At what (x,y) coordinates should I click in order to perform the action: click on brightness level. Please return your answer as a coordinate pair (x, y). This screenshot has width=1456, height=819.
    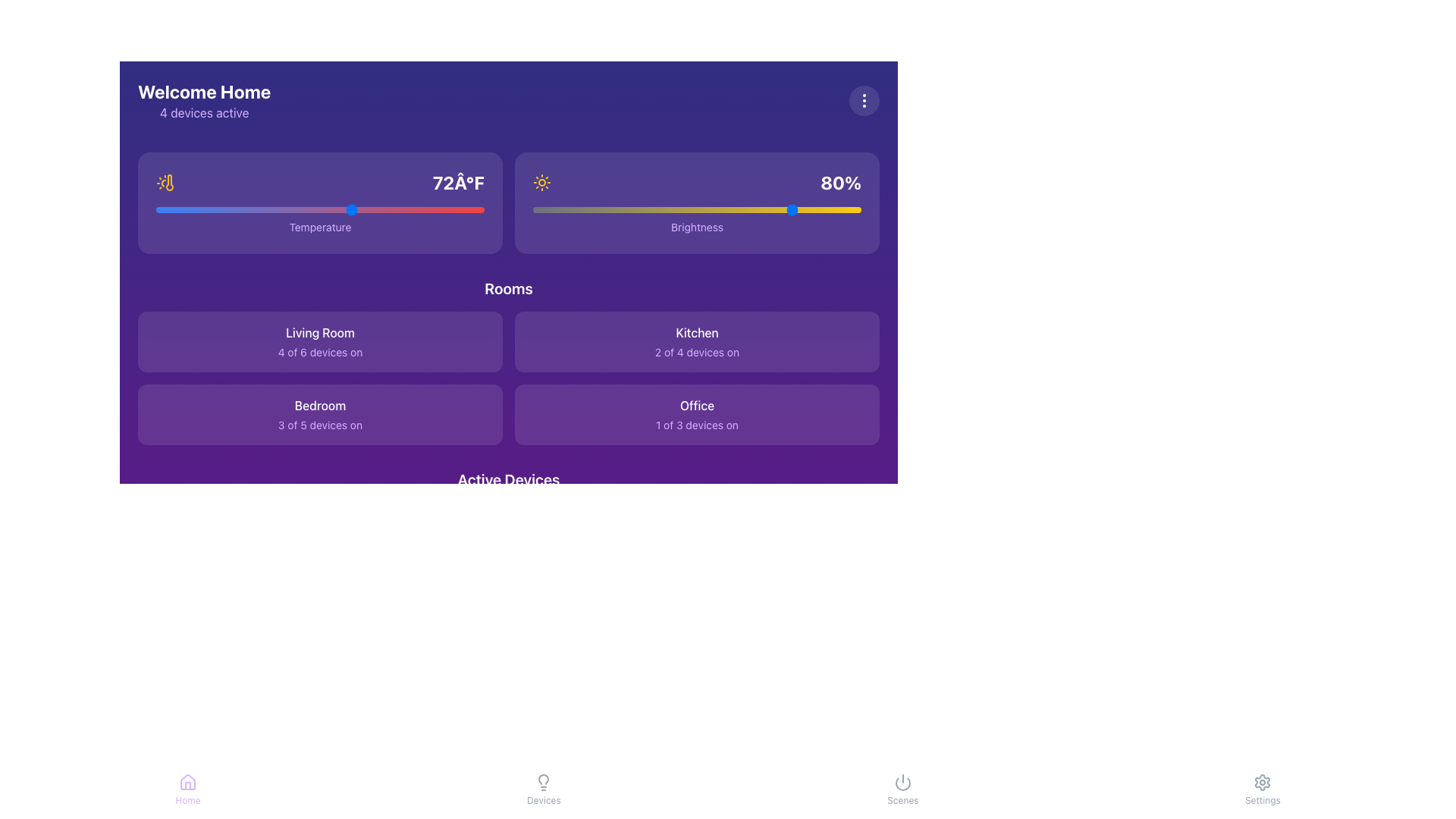
    Looking at the image, I should click on (756, 210).